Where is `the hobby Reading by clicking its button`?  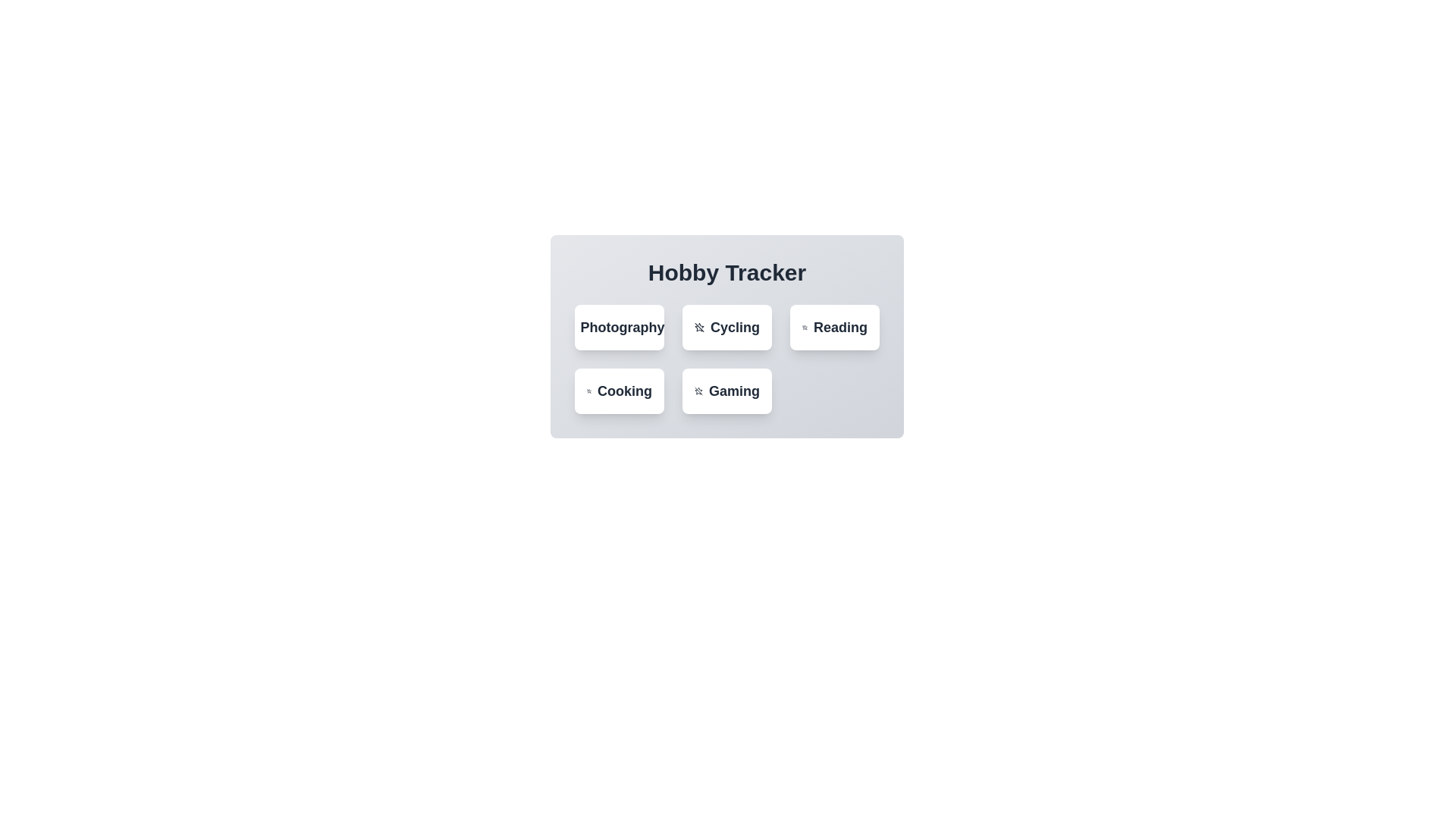
the hobby Reading by clicking its button is located at coordinates (833, 327).